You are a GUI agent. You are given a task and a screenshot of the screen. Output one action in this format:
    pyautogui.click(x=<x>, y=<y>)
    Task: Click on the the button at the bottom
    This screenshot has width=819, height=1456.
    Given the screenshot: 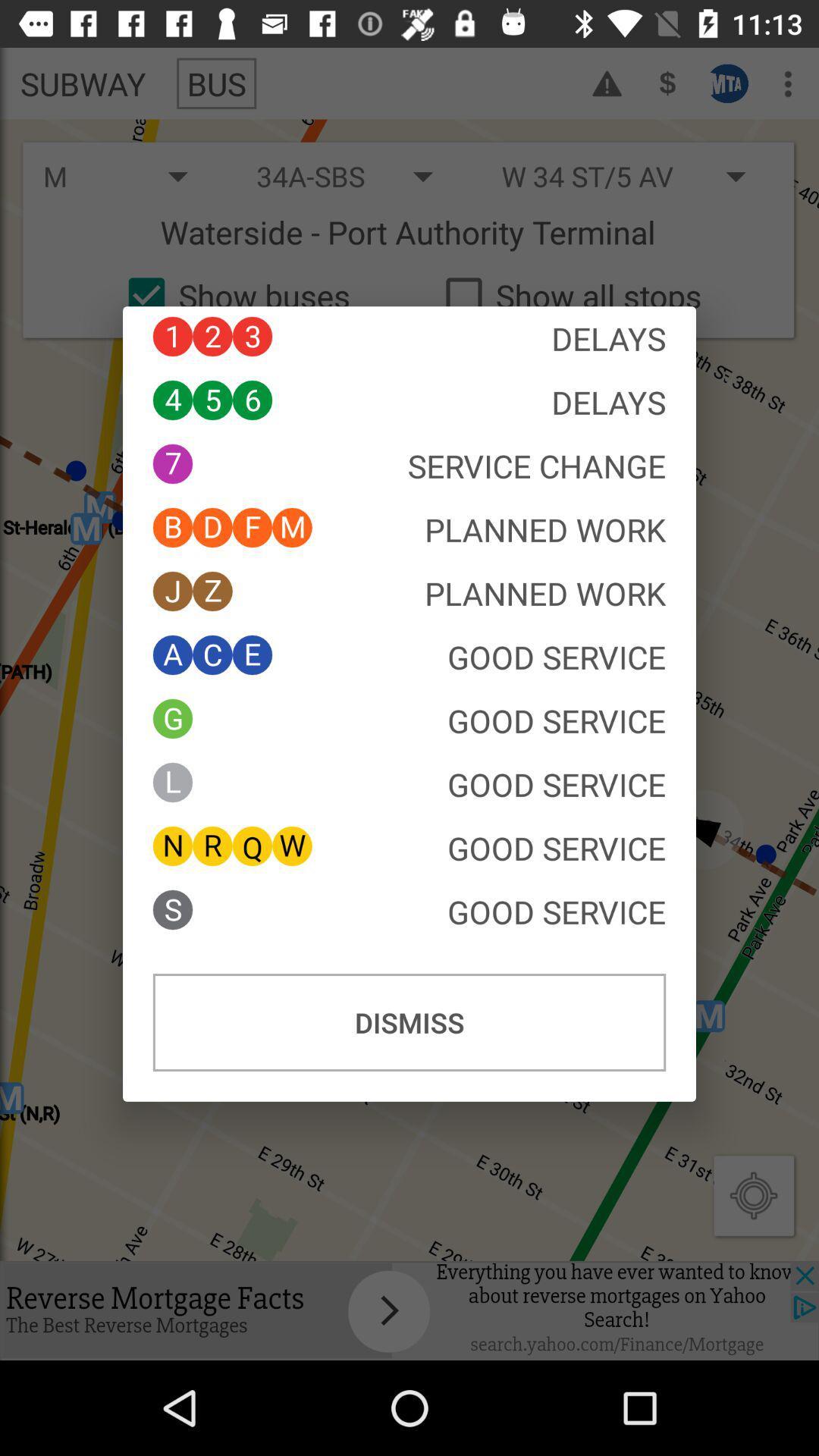 What is the action you would take?
    pyautogui.click(x=409, y=1022)
    